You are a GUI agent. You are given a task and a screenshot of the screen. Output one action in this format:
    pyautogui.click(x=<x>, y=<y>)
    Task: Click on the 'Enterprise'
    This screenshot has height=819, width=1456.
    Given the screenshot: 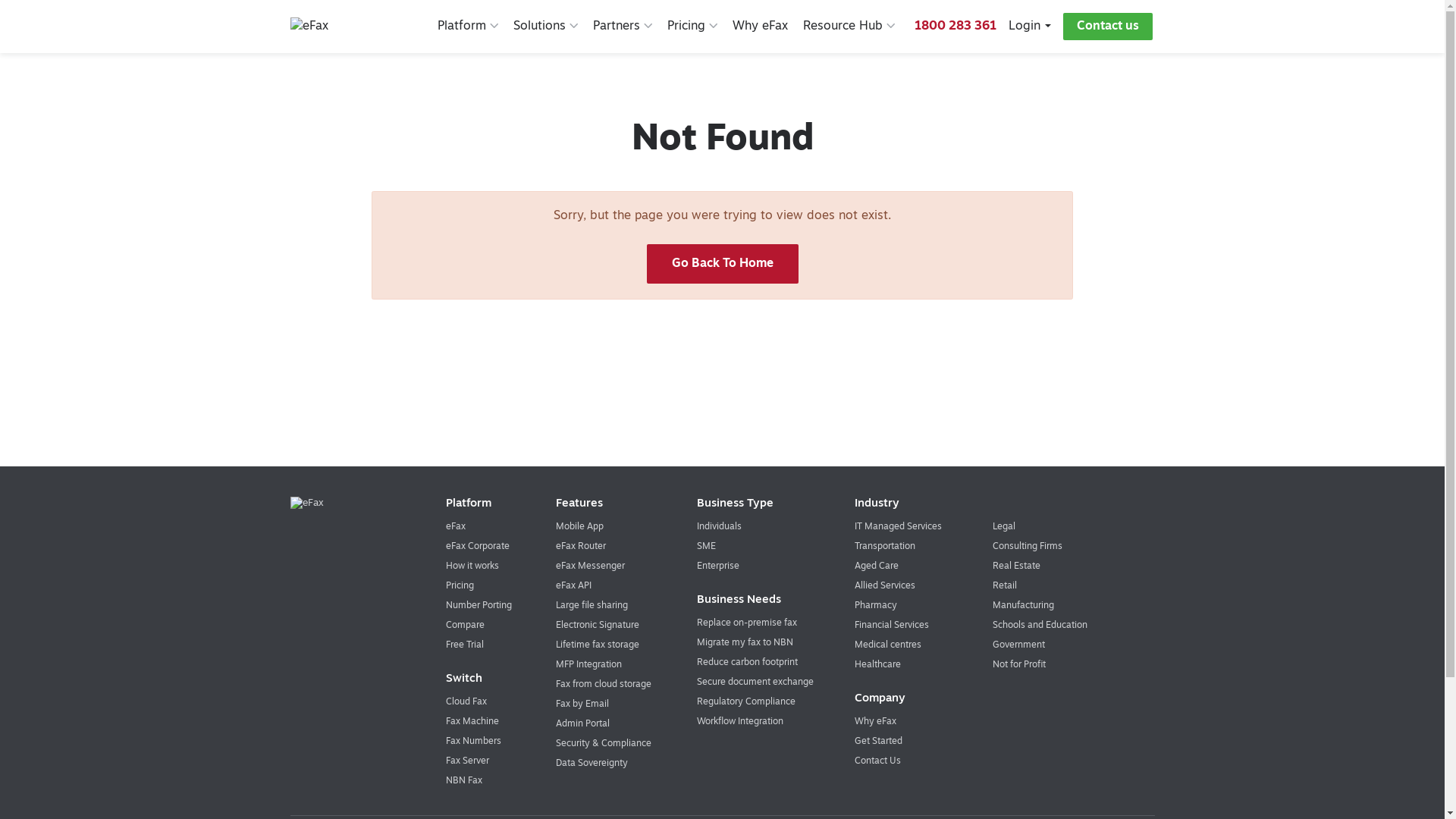 What is the action you would take?
    pyautogui.click(x=717, y=566)
    